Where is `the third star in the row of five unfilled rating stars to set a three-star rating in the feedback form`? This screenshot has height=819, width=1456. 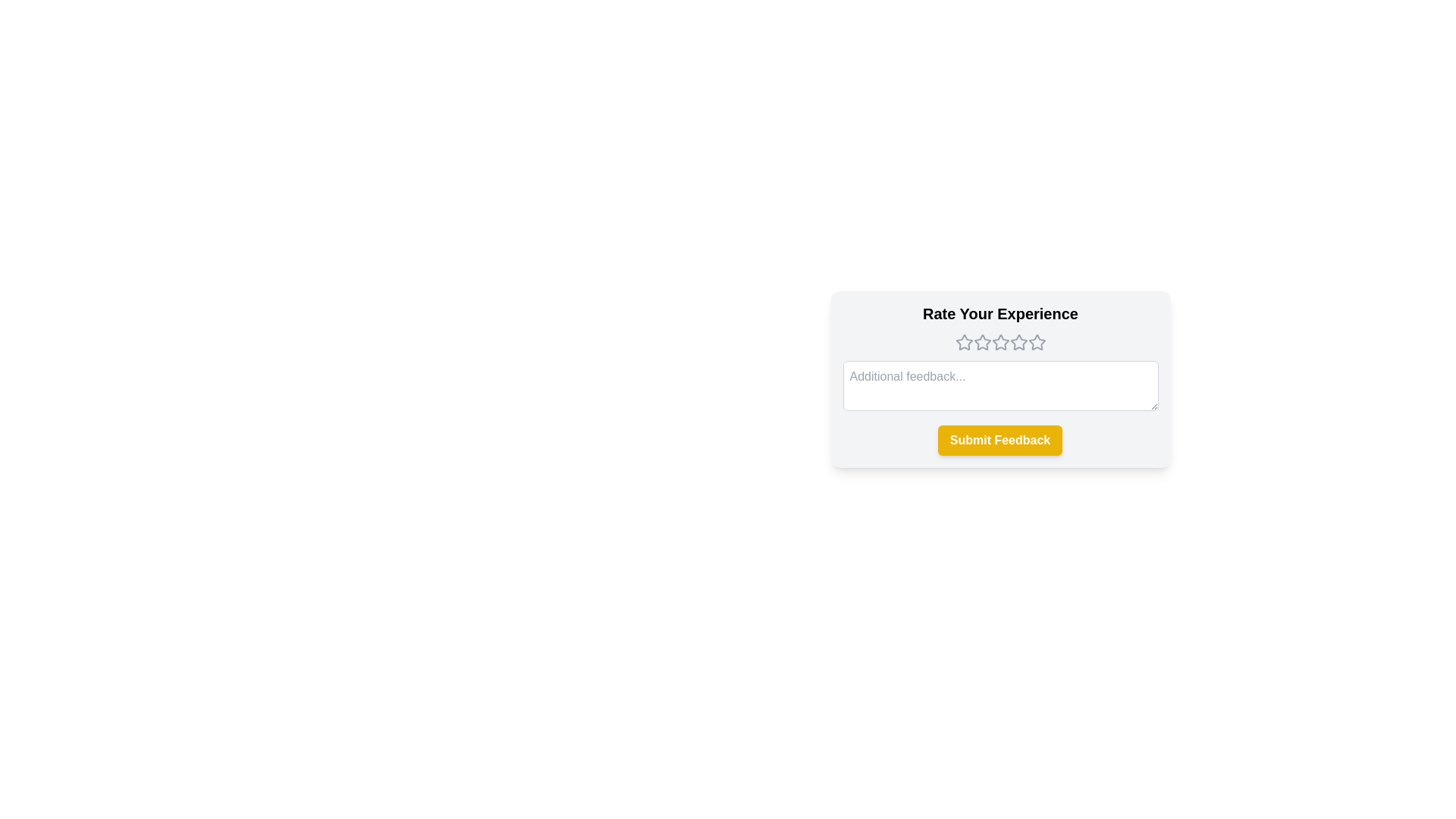
the third star in the row of five unfilled rating stars to set a three-star rating in the feedback form is located at coordinates (1000, 342).